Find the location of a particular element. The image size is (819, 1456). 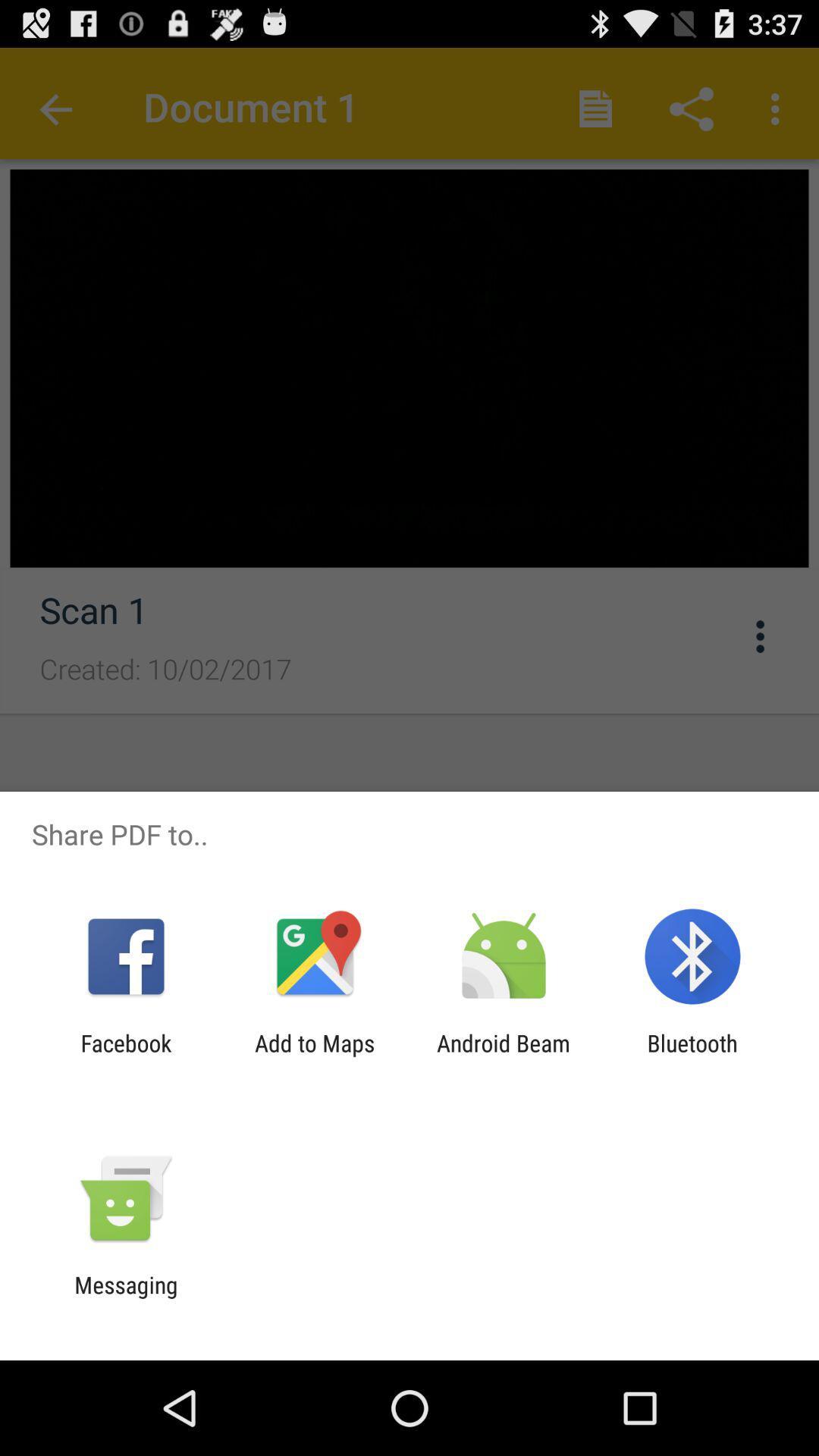

the messaging icon is located at coordinates (125, 1298).